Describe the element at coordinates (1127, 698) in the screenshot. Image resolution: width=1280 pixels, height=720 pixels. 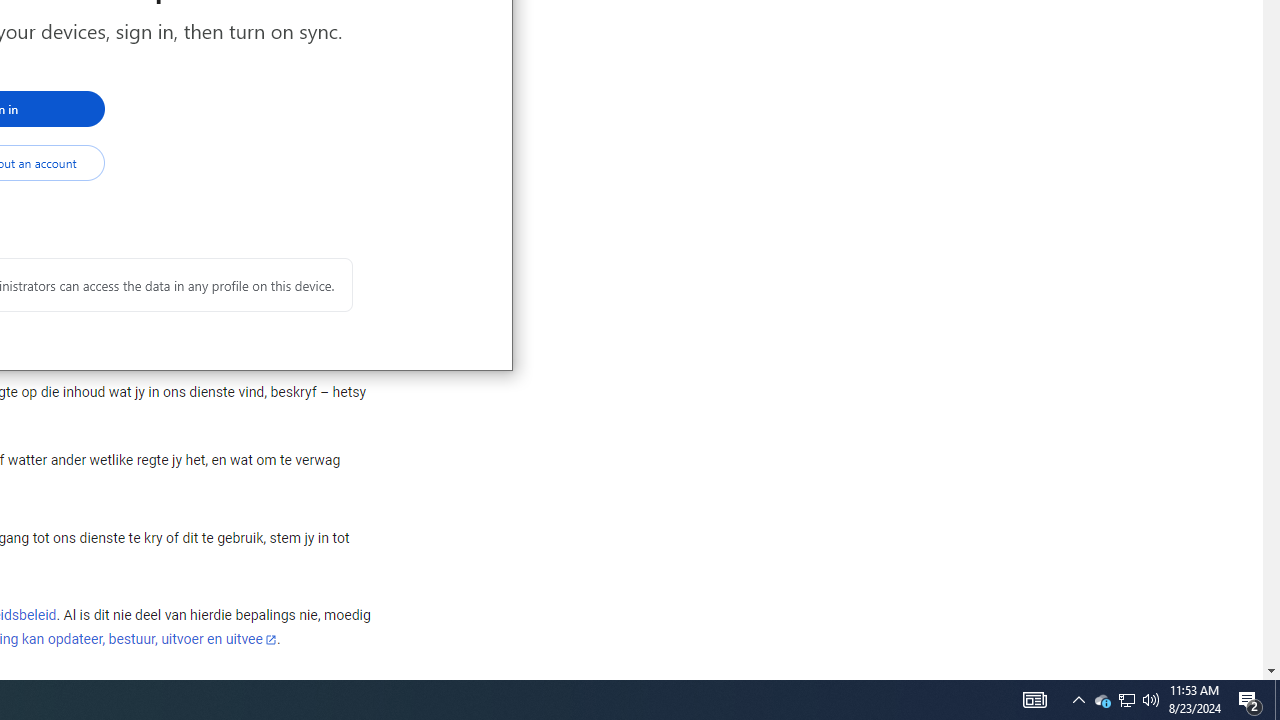
I see `'User Promoted Notification Area'` at that location.